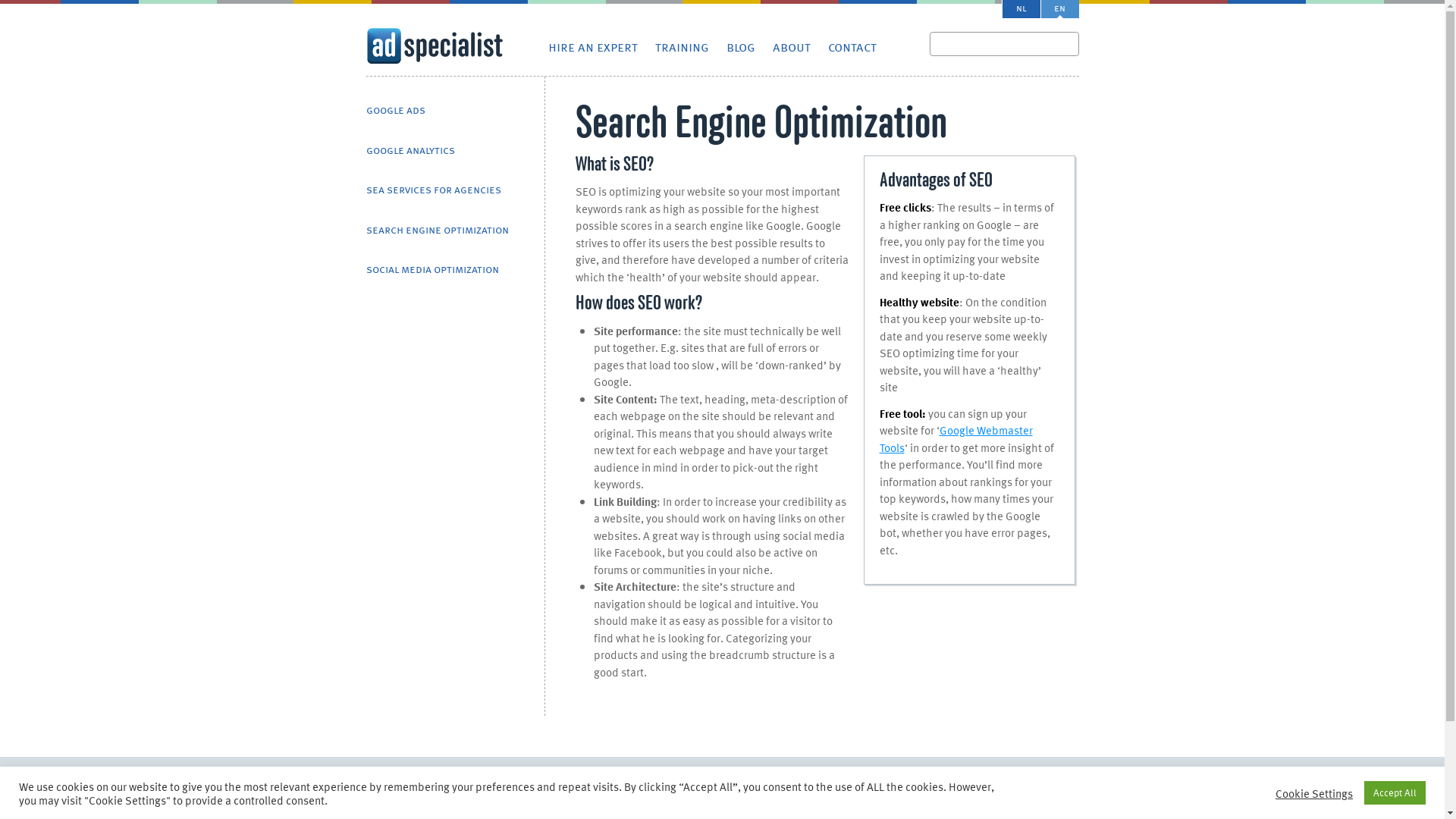  What do you see at coordinates (655, 46) in the screenshot?
I see `'training'` at bounding box center [655, 46].